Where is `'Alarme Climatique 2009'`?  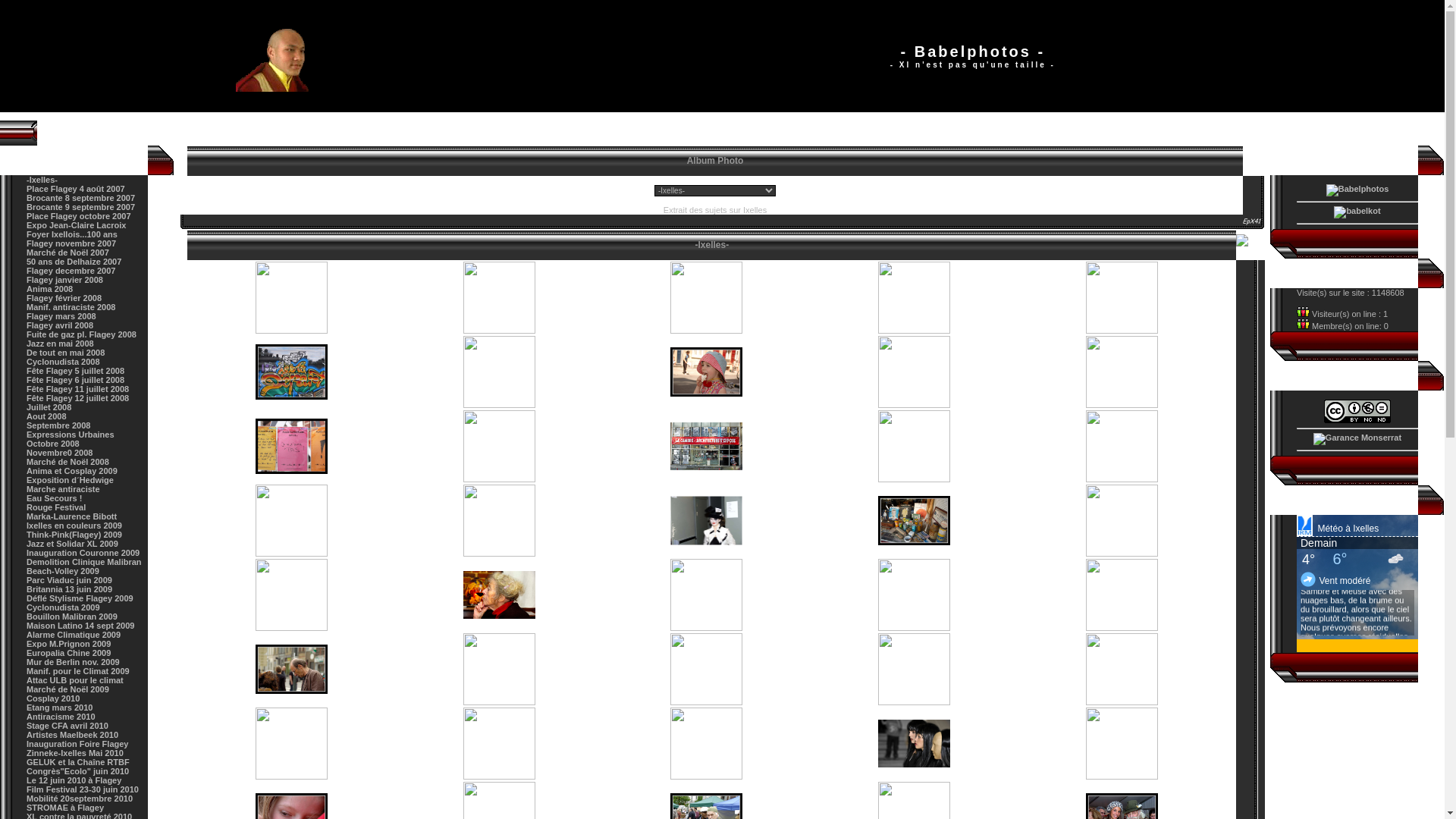 'Alarme Climatique 2009' is located at coordinates (72, 635).